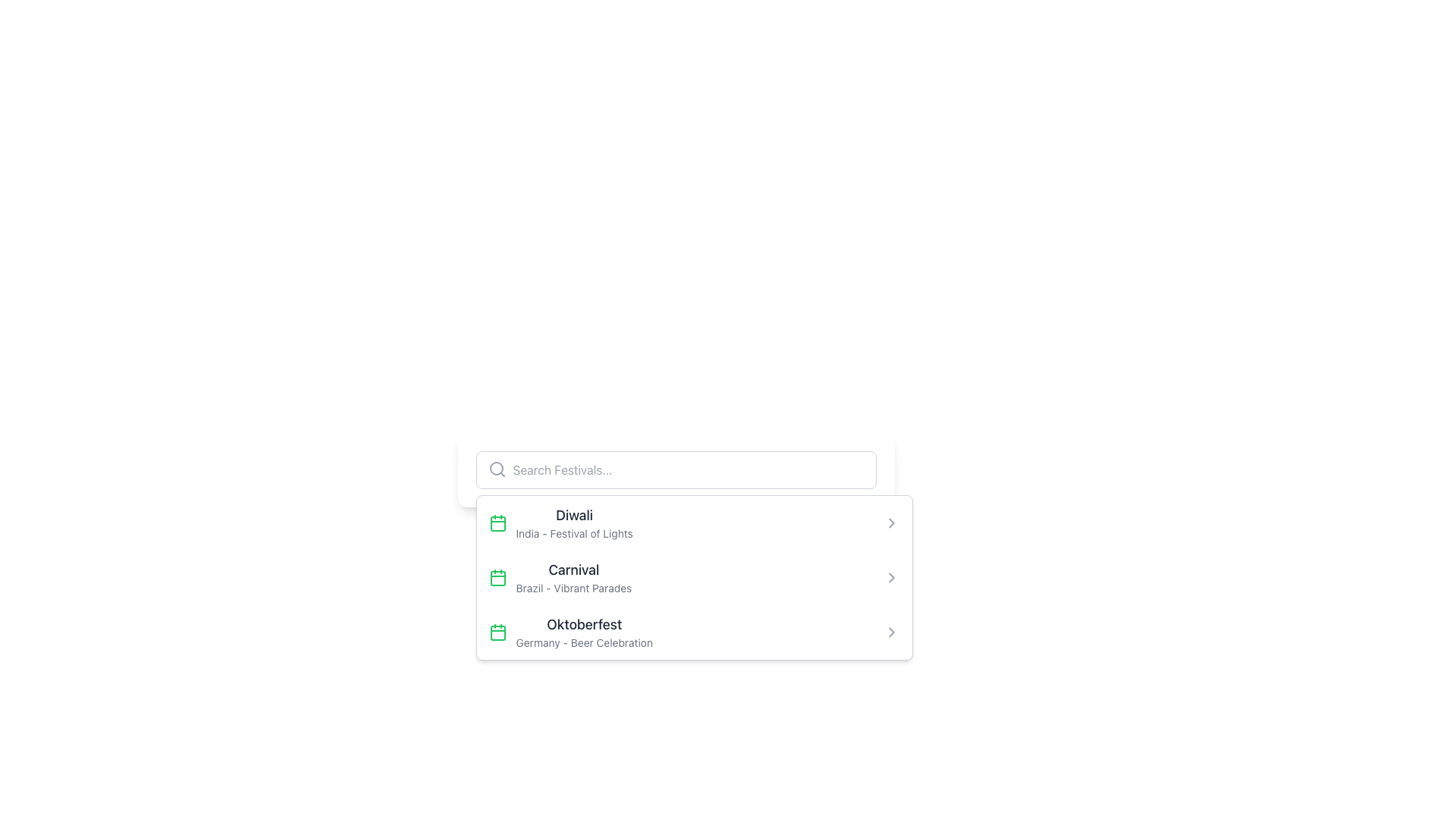 This screenshot has height=819, width=1456. What do you see at coordinates (891, 632) in the screenshot?
I see `the chevron icon located at the far right of the 'Oktoberfest' entry in the menu` at bounding box center [891, 632].